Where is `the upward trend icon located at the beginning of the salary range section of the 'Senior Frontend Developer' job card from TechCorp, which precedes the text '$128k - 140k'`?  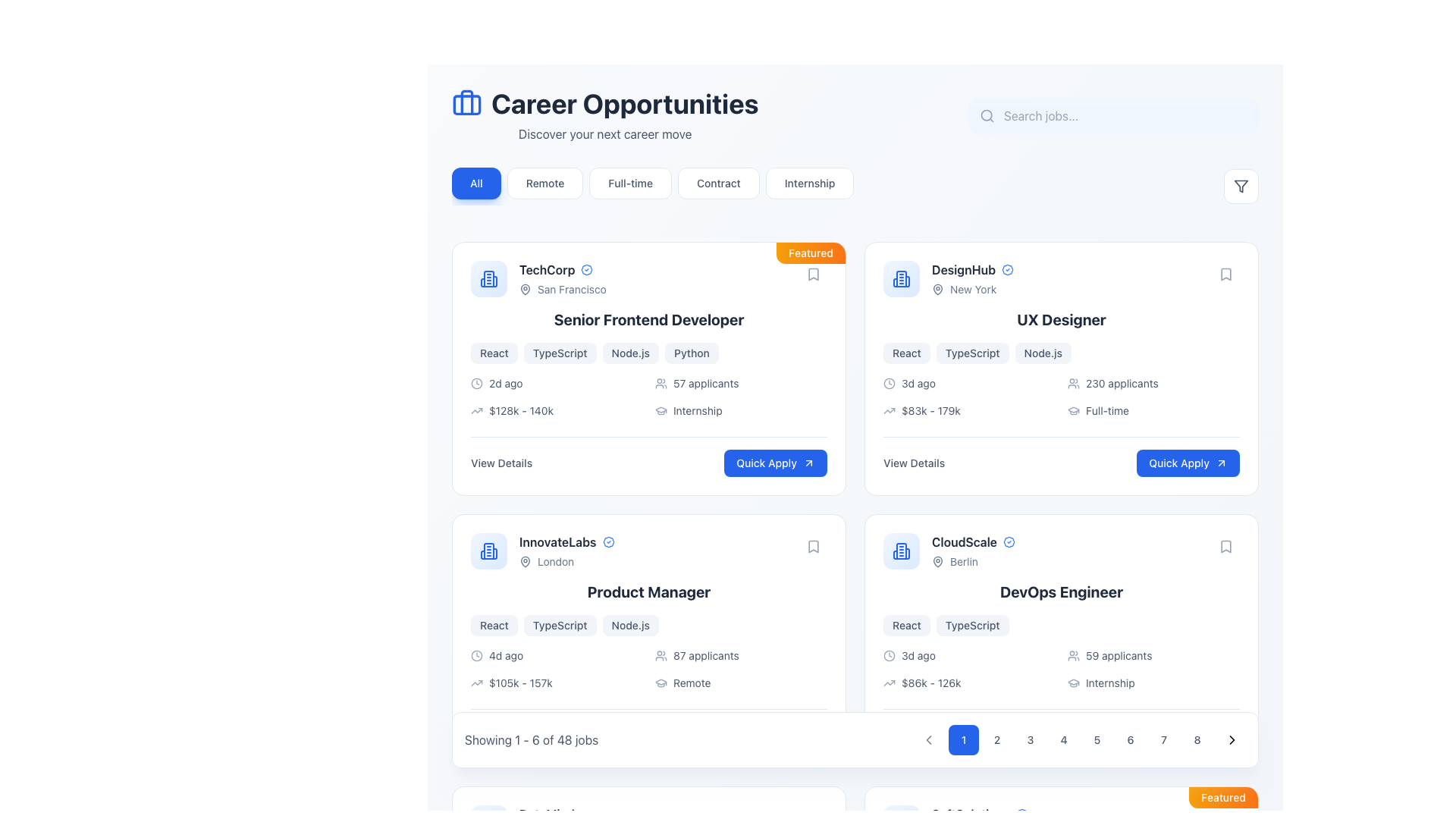 the upward trend icon located at the beginning of the salary range section of the 'Senior Frontend Developer' job card from TechCorp, which precedes the text '$128k - 140k' is located at coordinates (475, 411).